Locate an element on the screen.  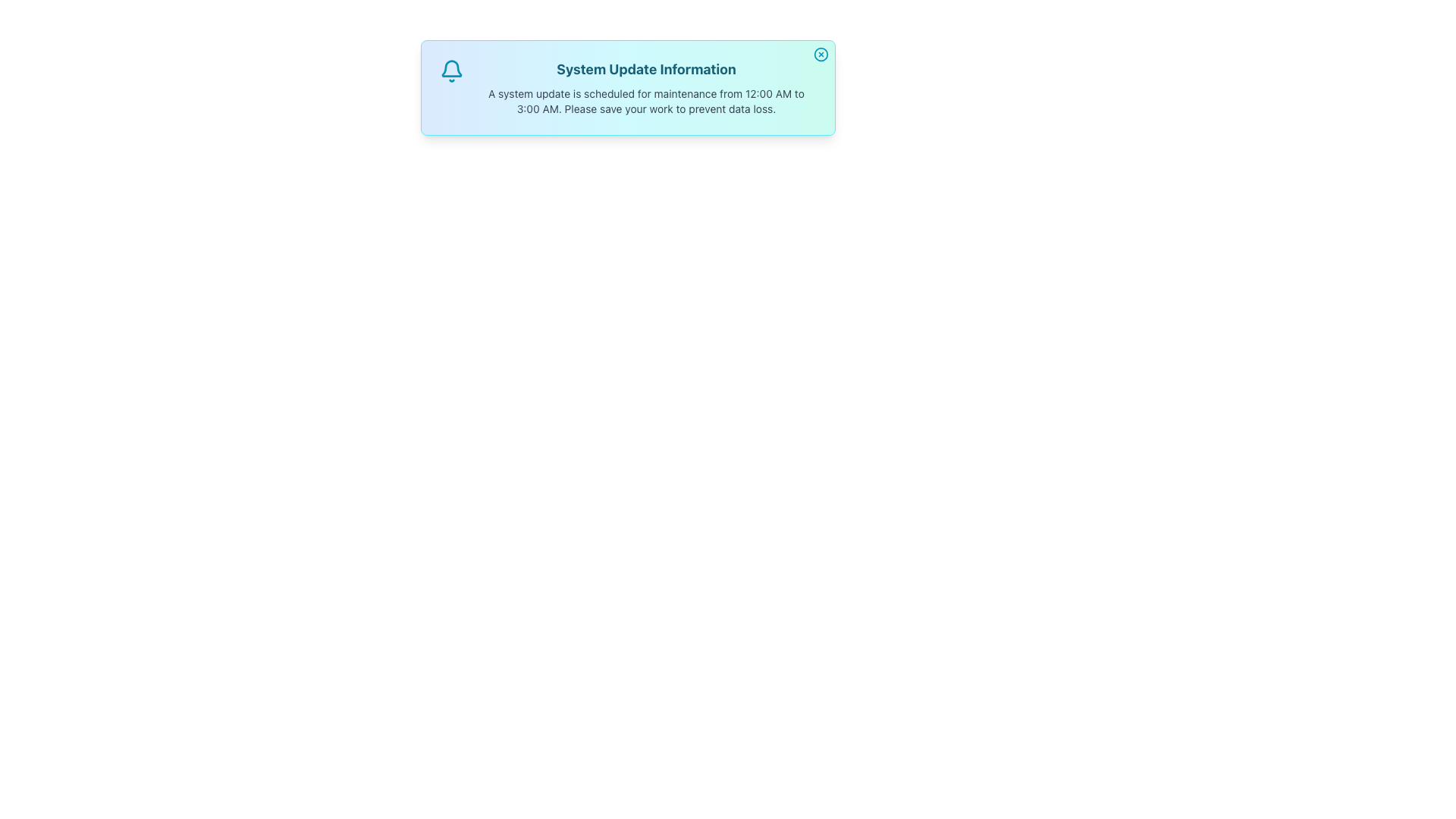
the small circular dismiss button with a cyan outline located at the top-right corner of the notification box is located at coordinates (821, 54).